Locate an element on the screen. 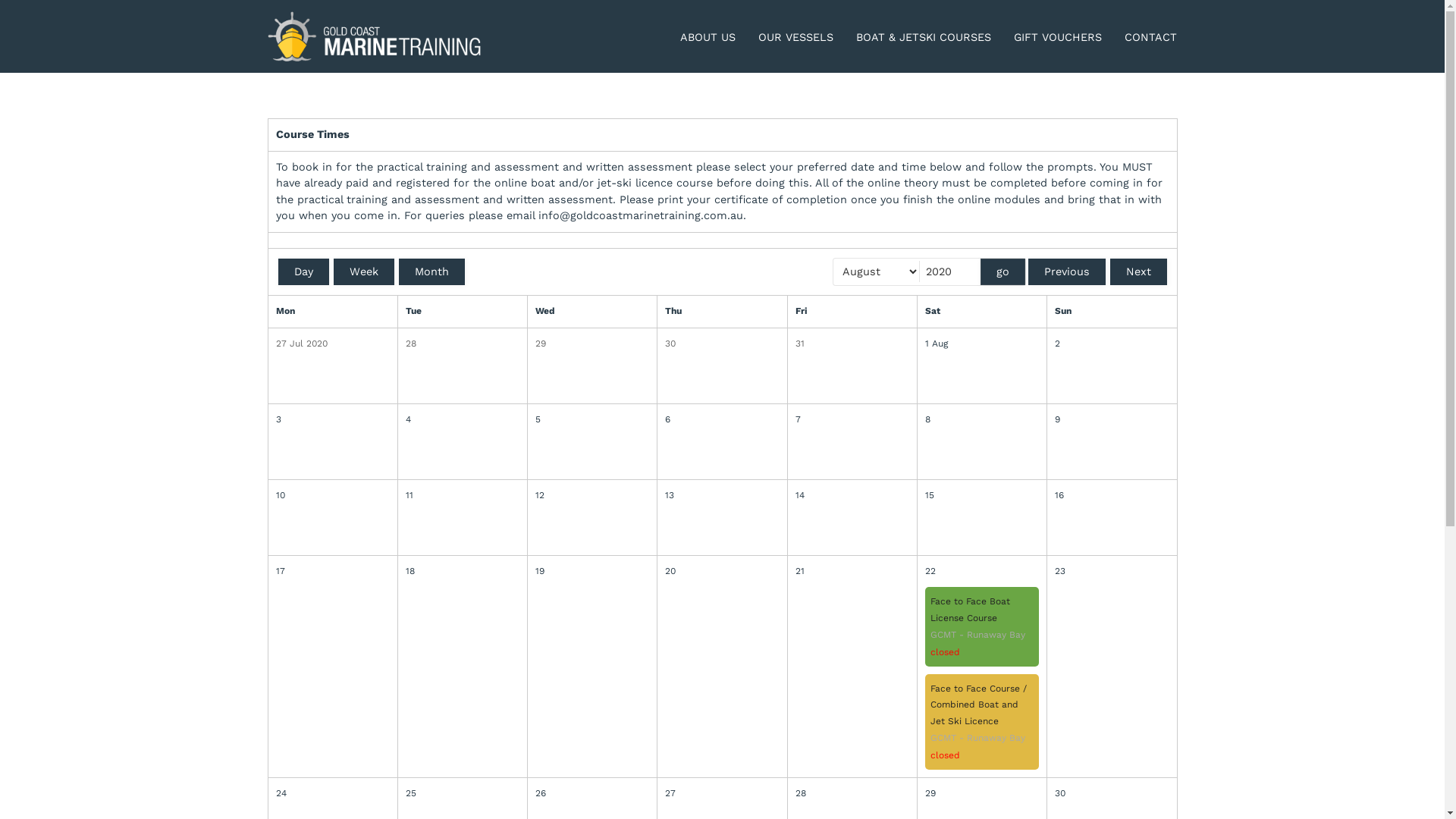 The height and width of the screenshot is (819, 1456). 'Gold Coast Marine Training' is located at coordinates (375, 35).